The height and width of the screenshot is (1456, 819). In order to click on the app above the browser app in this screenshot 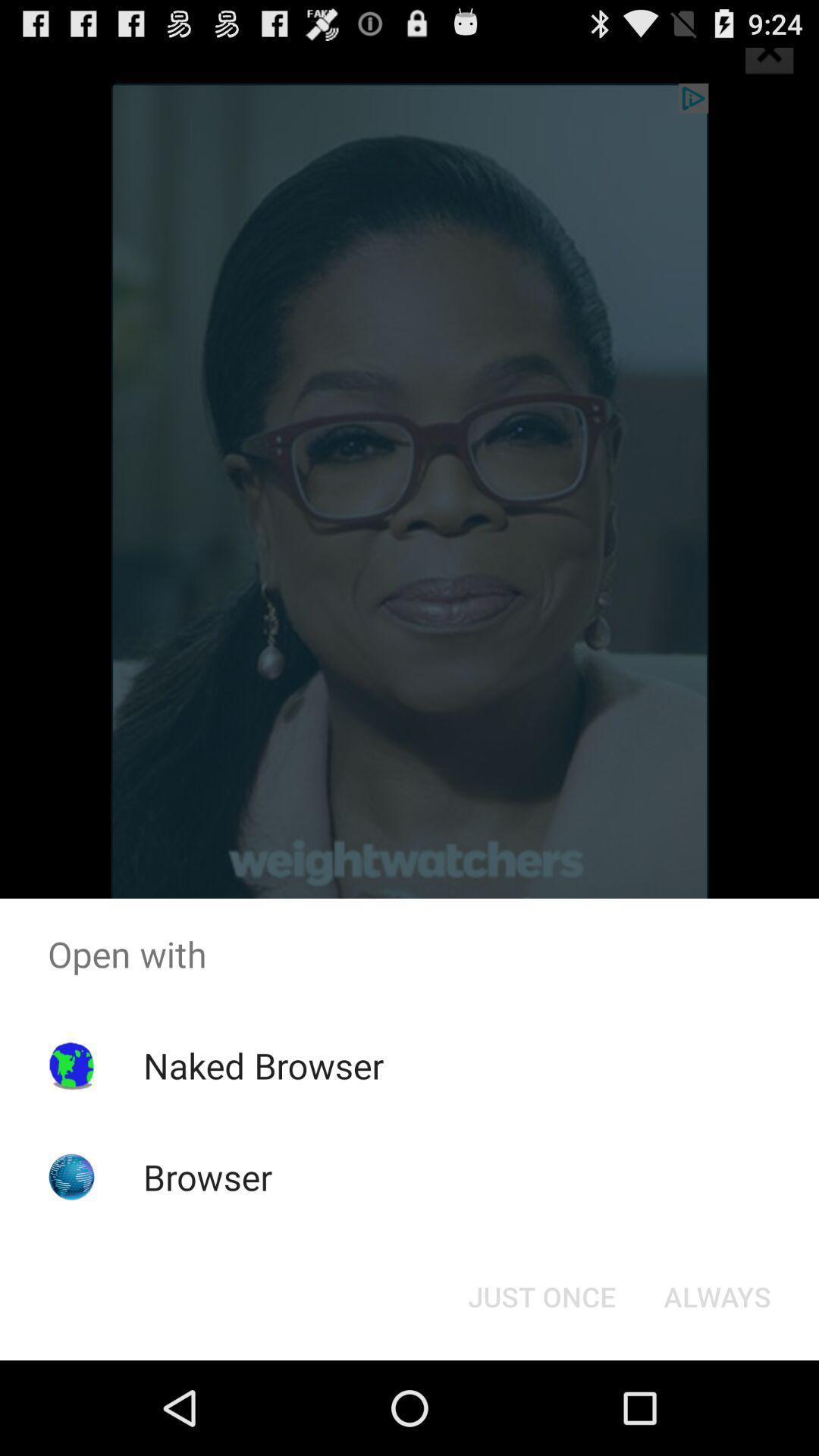, I will do `click(262, 1065)`.